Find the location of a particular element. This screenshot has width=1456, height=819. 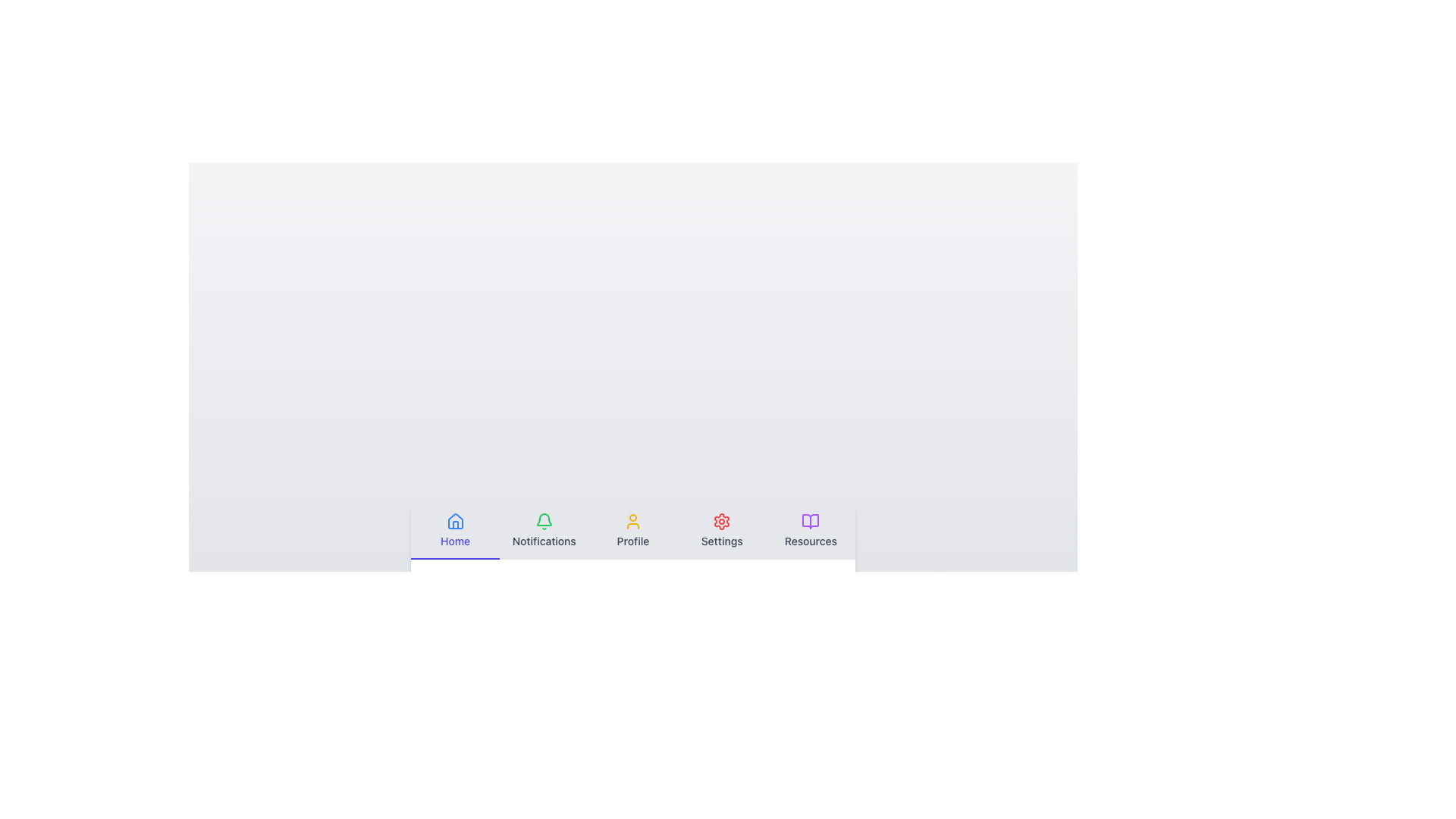

the 'Notifications' navigation tab, which features a bell icon outlined in green and dark gray text, positioned between the 'Home' and 'Profile' tabs in a horizontal navigation bar is located at coordinates (544, 531).